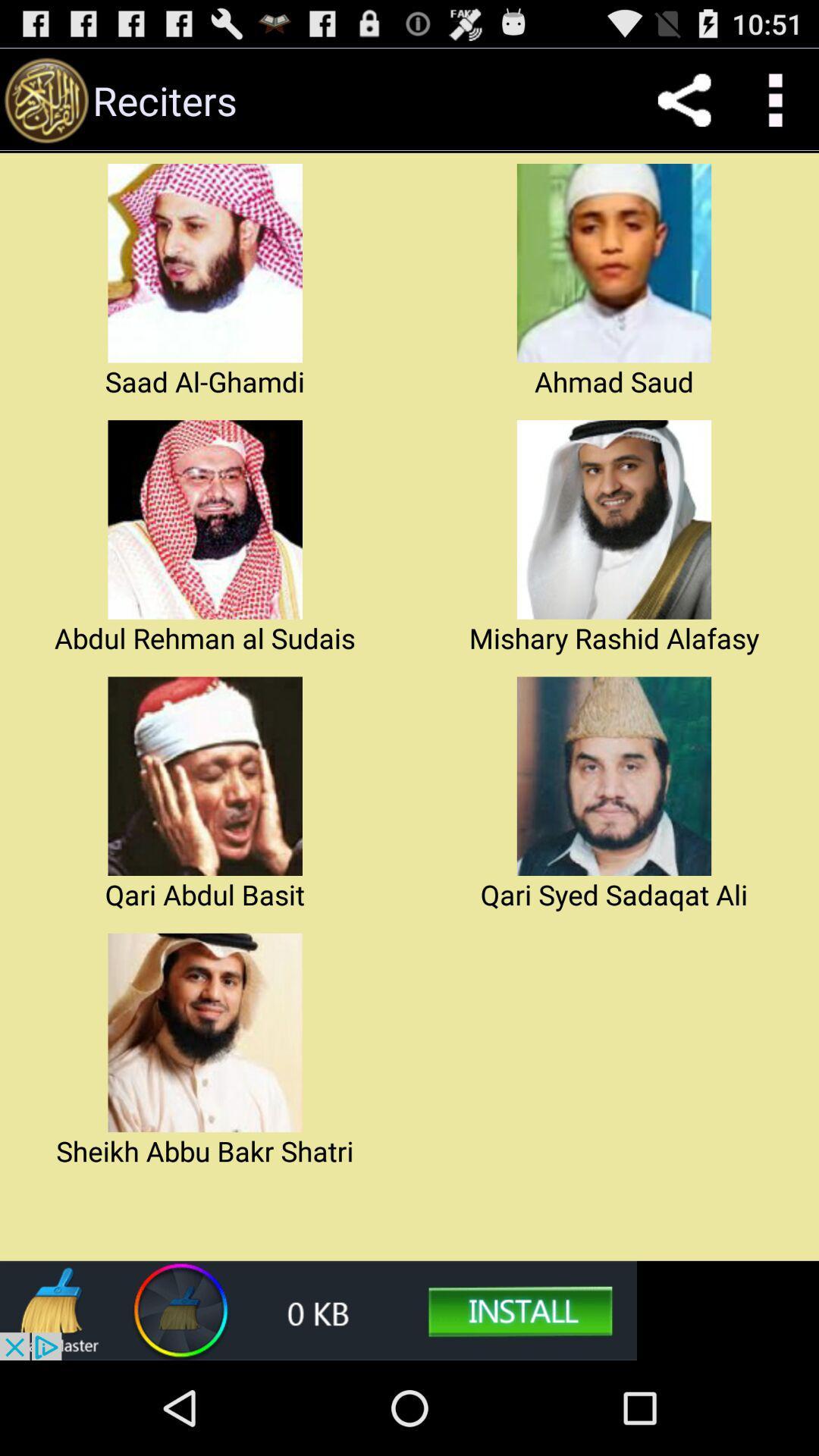  I want to click on the share icon, so click(684, 106).